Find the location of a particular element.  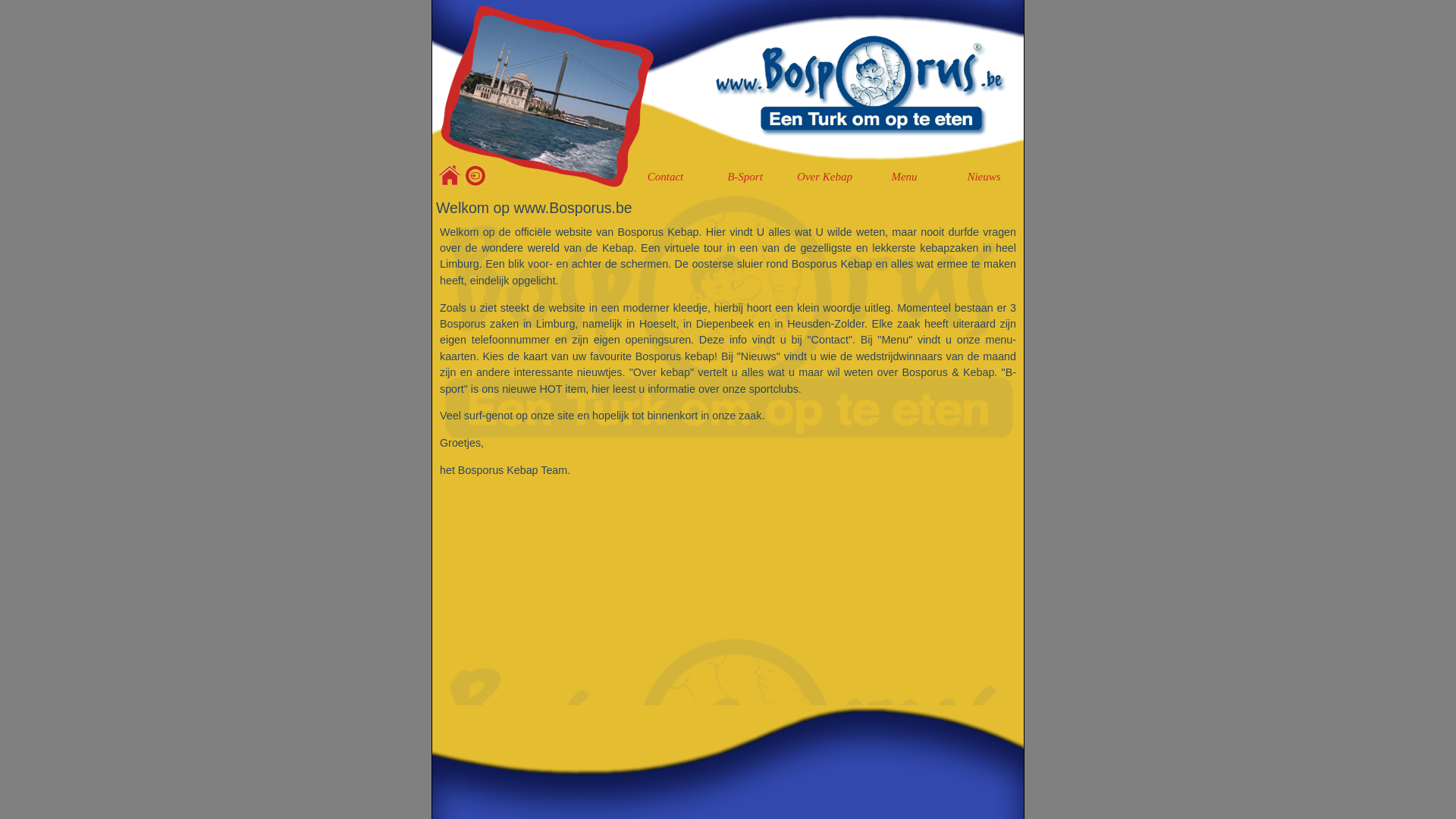

'B-Sport' is located at coordinates (745, 177).